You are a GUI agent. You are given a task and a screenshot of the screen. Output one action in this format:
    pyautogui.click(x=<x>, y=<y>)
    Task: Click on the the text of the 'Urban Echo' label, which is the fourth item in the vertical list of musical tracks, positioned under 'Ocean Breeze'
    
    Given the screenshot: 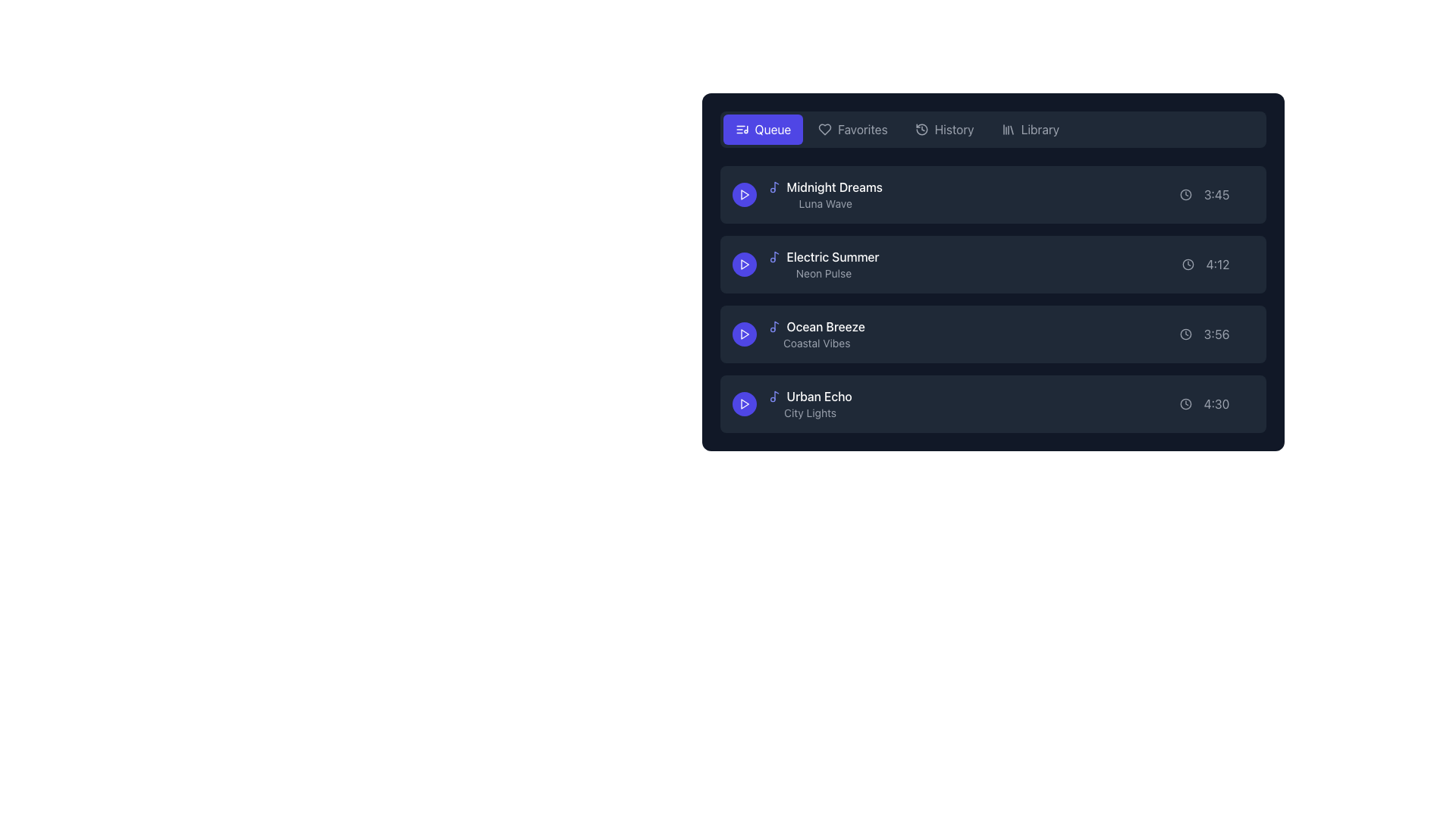 What is the action you would take?
    pyautogui.click(x=809, y=403)
    